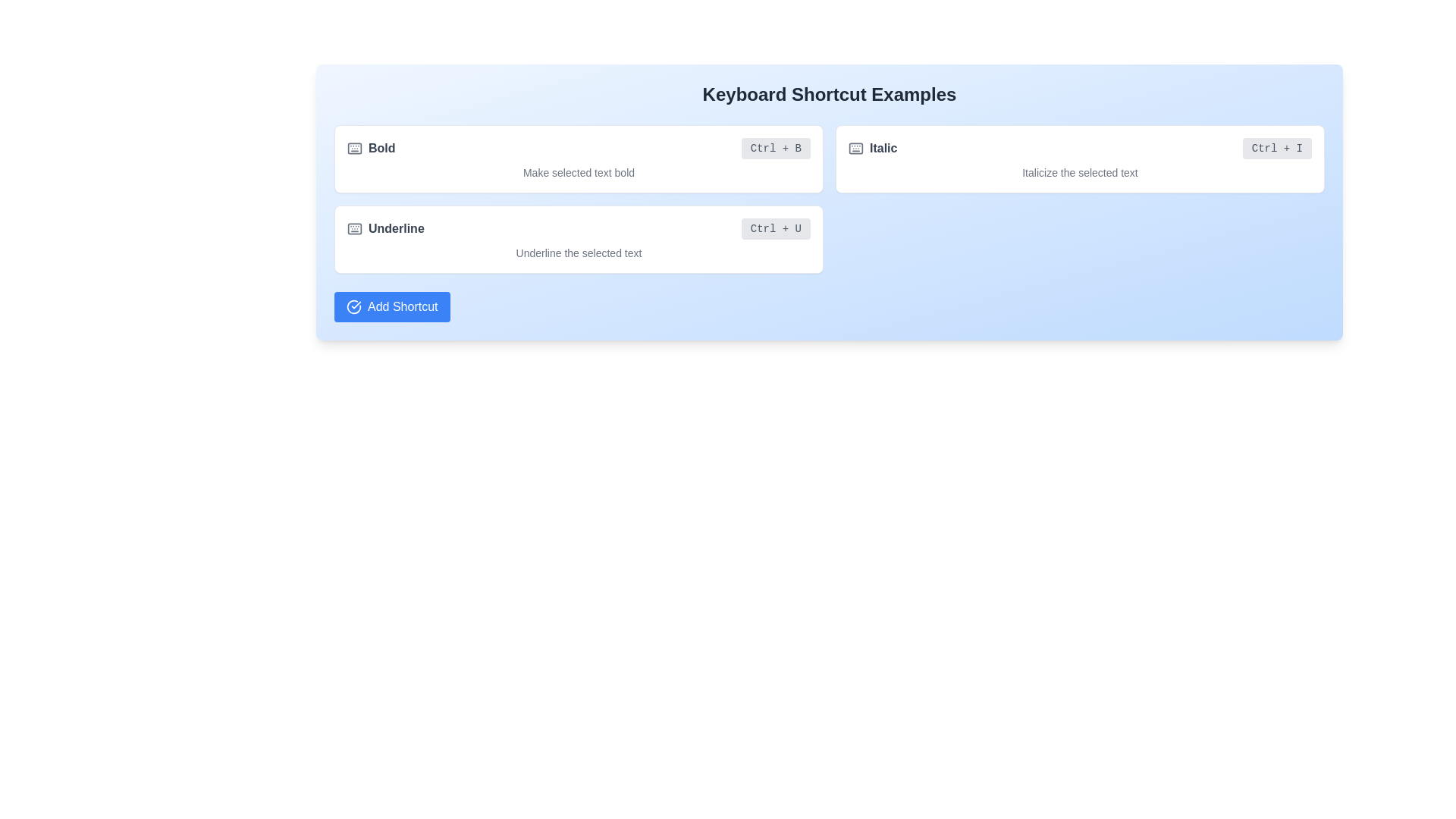  I want to click on the Text Label element displaying 'Ctrl + I', which is located on the right-hand side of the section titled 'Italic', so click(1276, 149).